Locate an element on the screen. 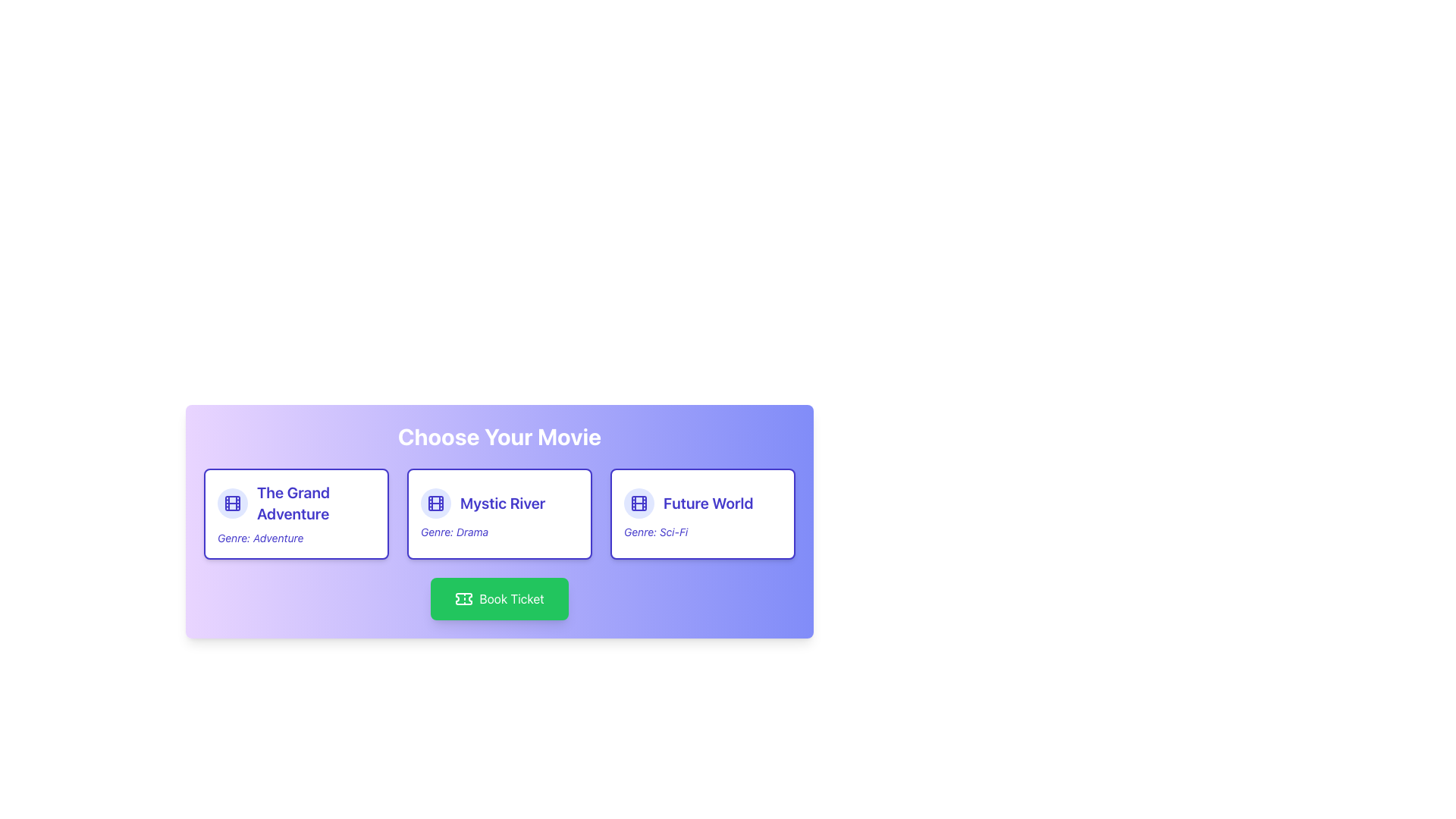 The image size is (1456, 819). the title text block indicating the name of the associated movie, which is centrally positioned within the first card of a grid layout, located above the 'Genre: Adventure' text is located at coordinates (315, 503).